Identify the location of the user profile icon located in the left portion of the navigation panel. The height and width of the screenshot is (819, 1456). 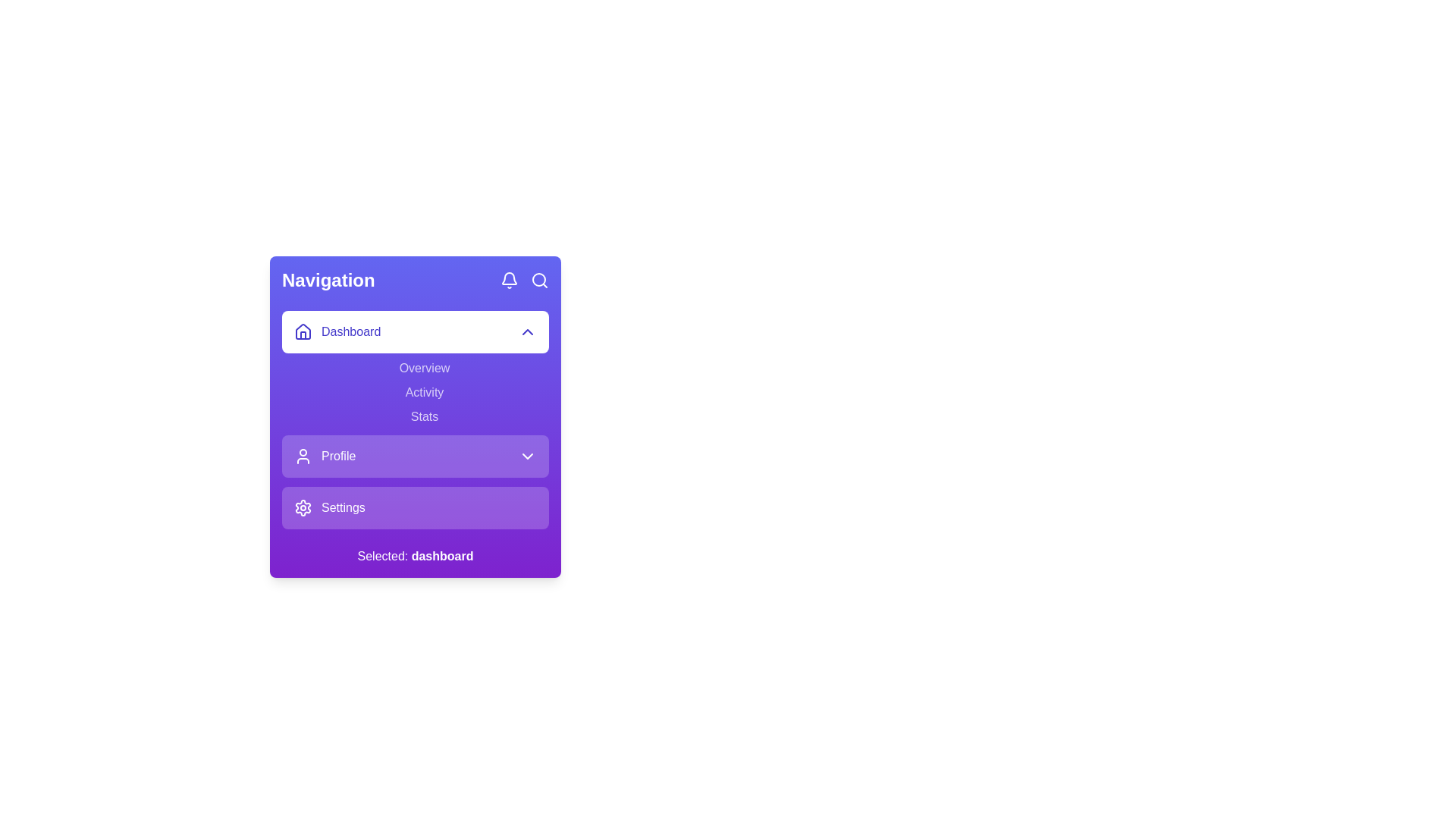
(303, 455).